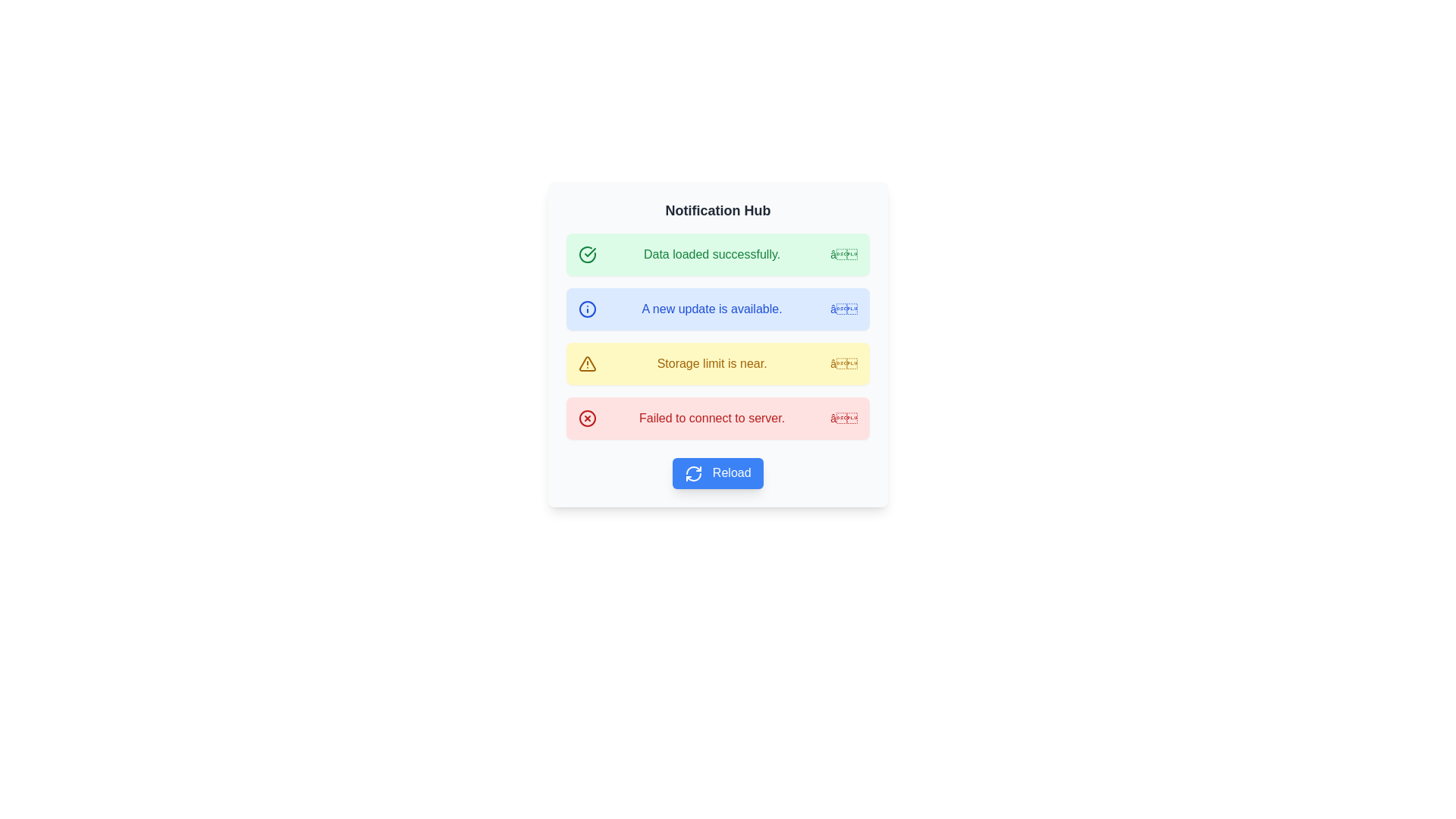  What do you see at coordinates (843, 363) in the screenshot?
I see `the dismiss button located at the rightmost side of the 'Storage limit is near.' notification bar` at bounding box center [843, 363].